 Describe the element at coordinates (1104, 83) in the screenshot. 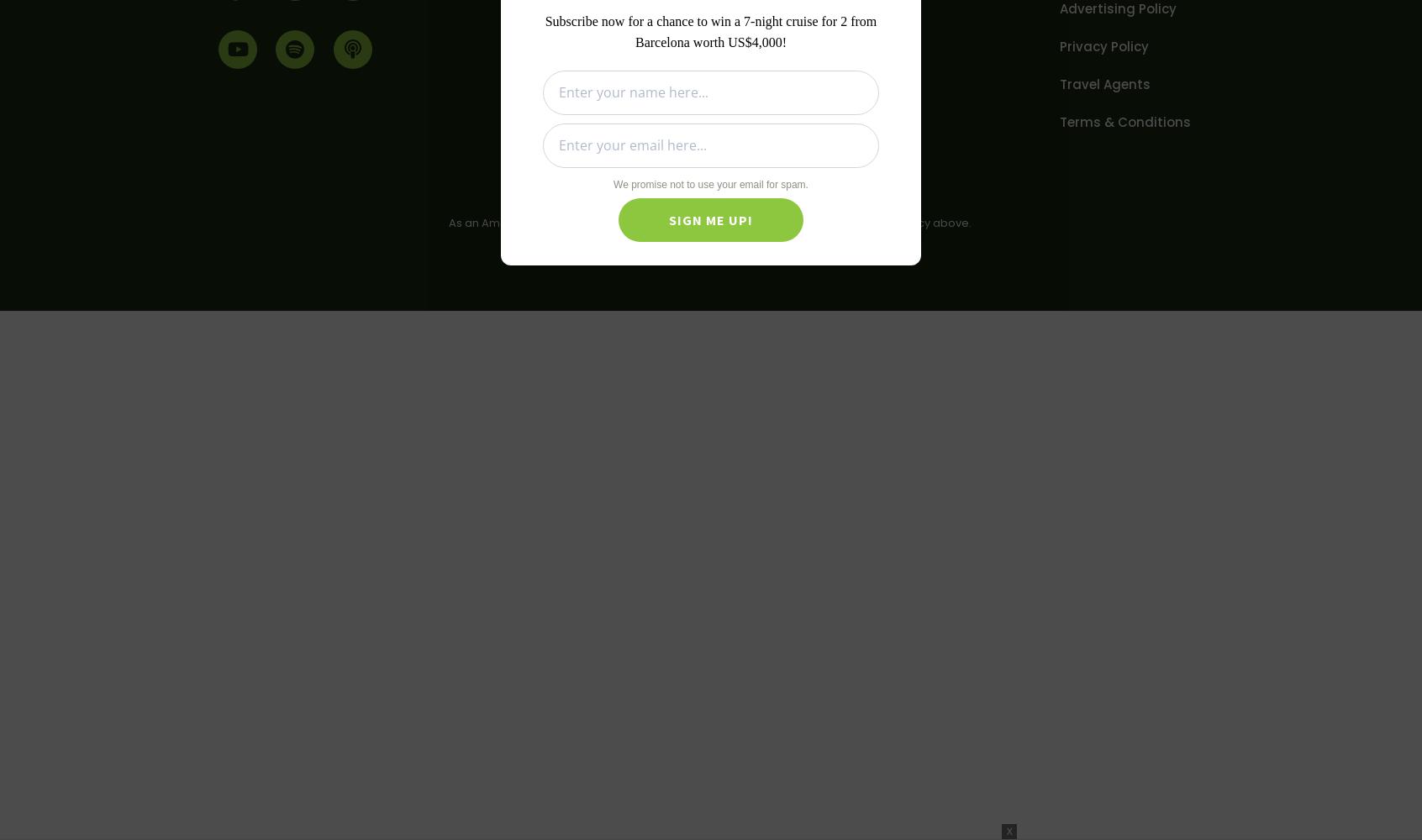

I see `'Travel Agents'` at that location.